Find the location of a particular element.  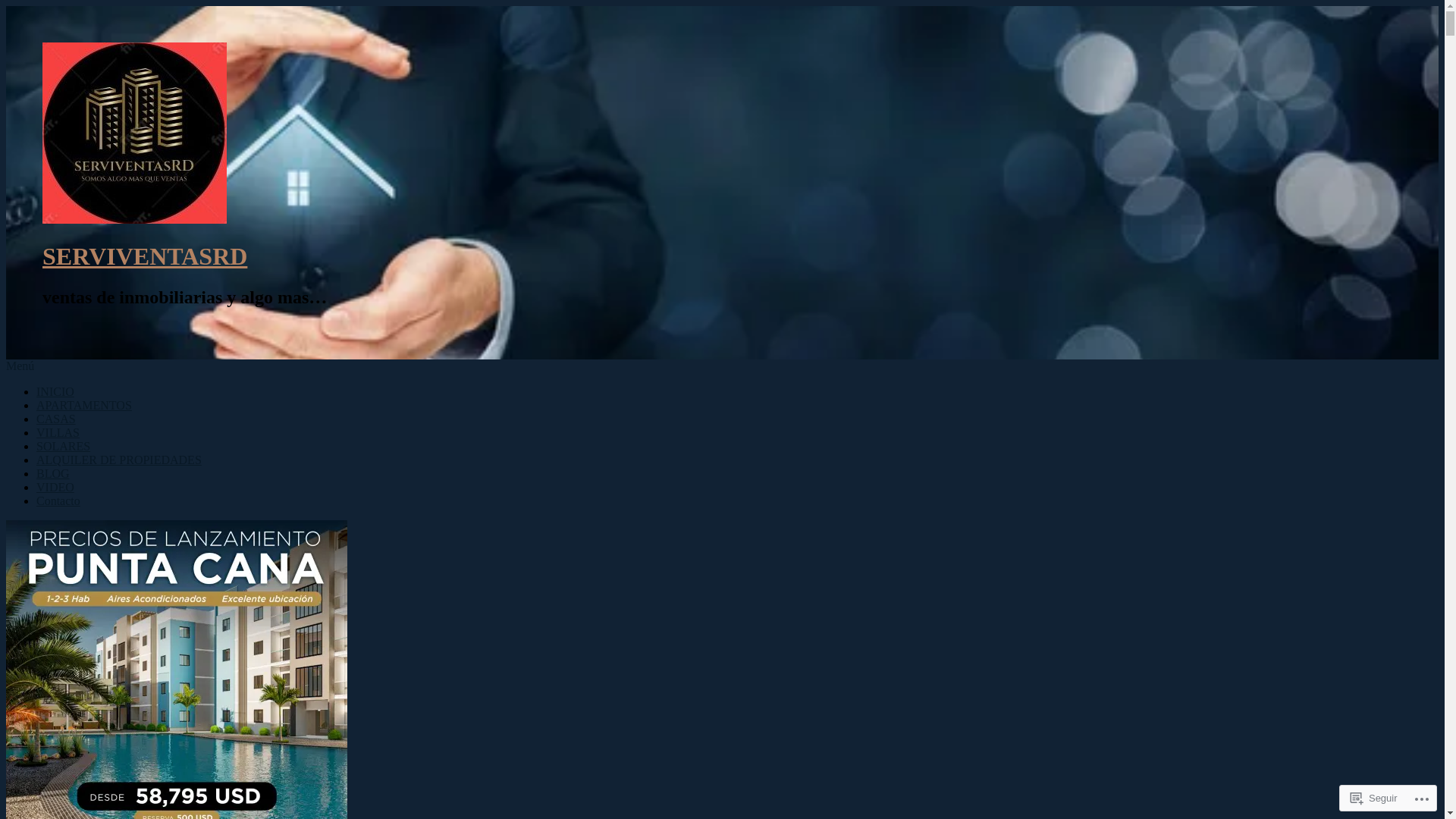

'APARTAMENTOS' is located at coordinates (83, 404).